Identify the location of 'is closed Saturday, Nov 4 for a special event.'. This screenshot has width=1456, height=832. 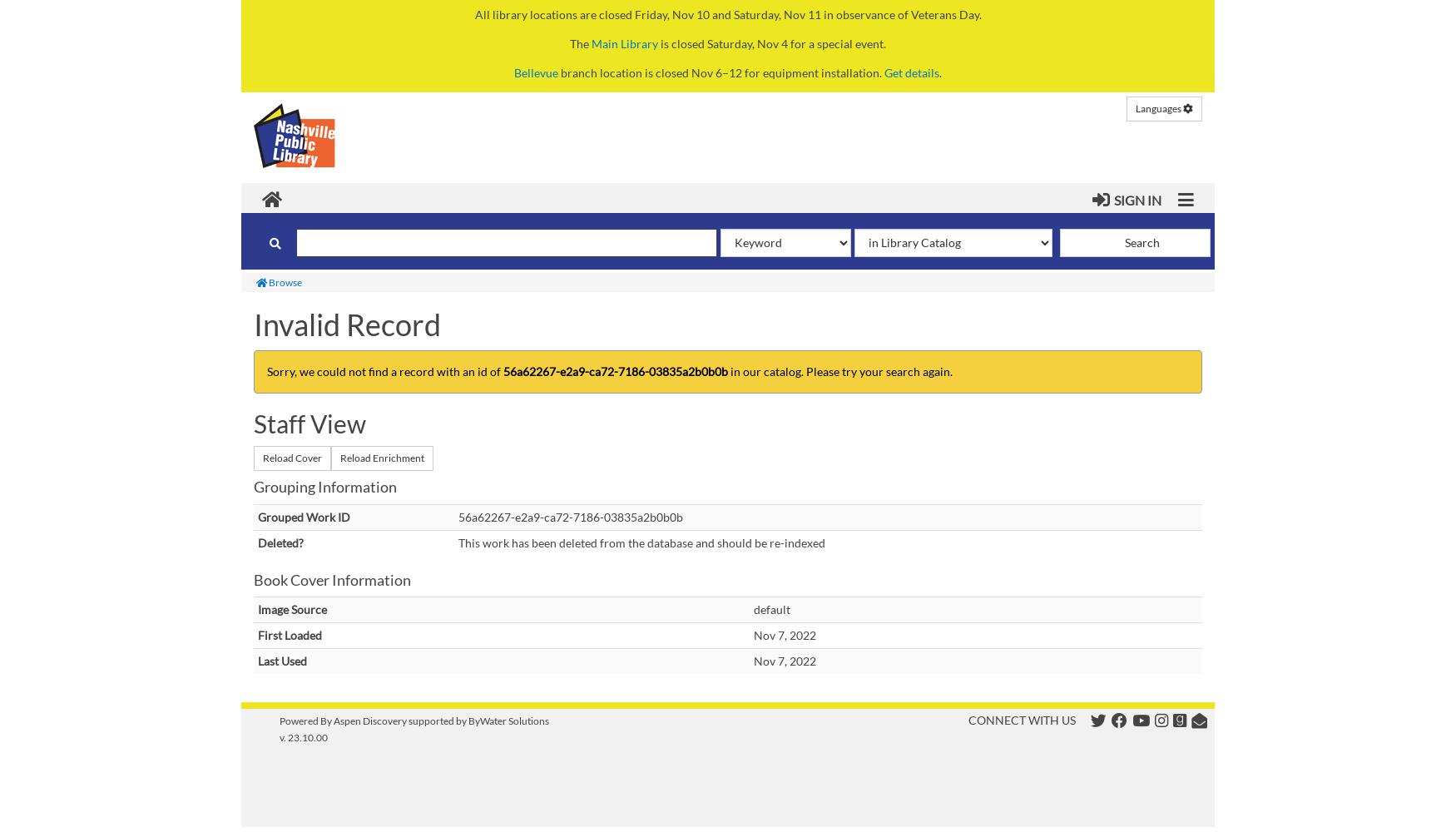
(771, 43).